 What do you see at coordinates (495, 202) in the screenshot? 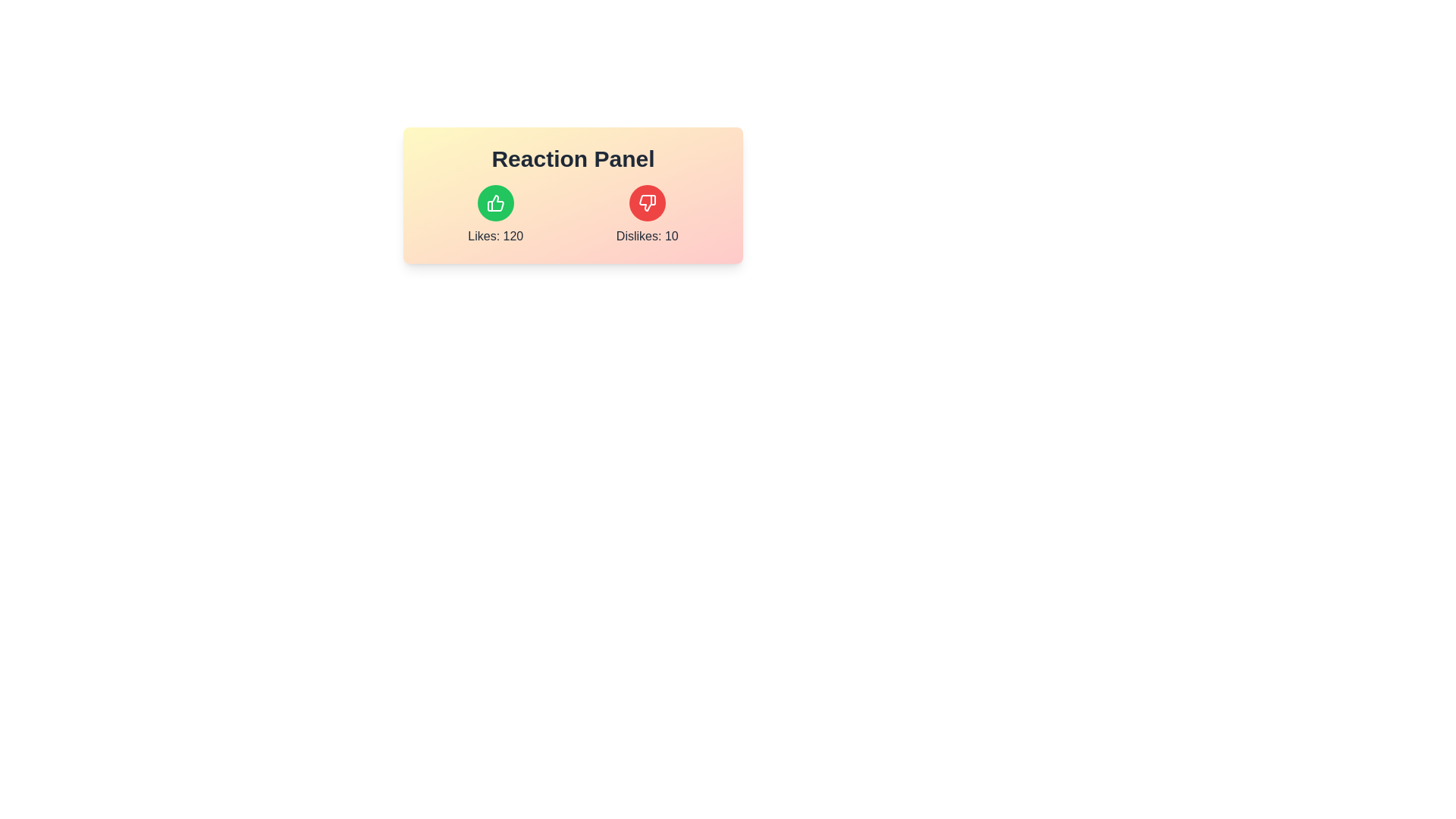
I see `the 'like' icon located in the 'Reaction Panel', positioned directly to the left of the red thumbs-down icon and above the text 'Likes: 120'` at bounding box center [495, 202].